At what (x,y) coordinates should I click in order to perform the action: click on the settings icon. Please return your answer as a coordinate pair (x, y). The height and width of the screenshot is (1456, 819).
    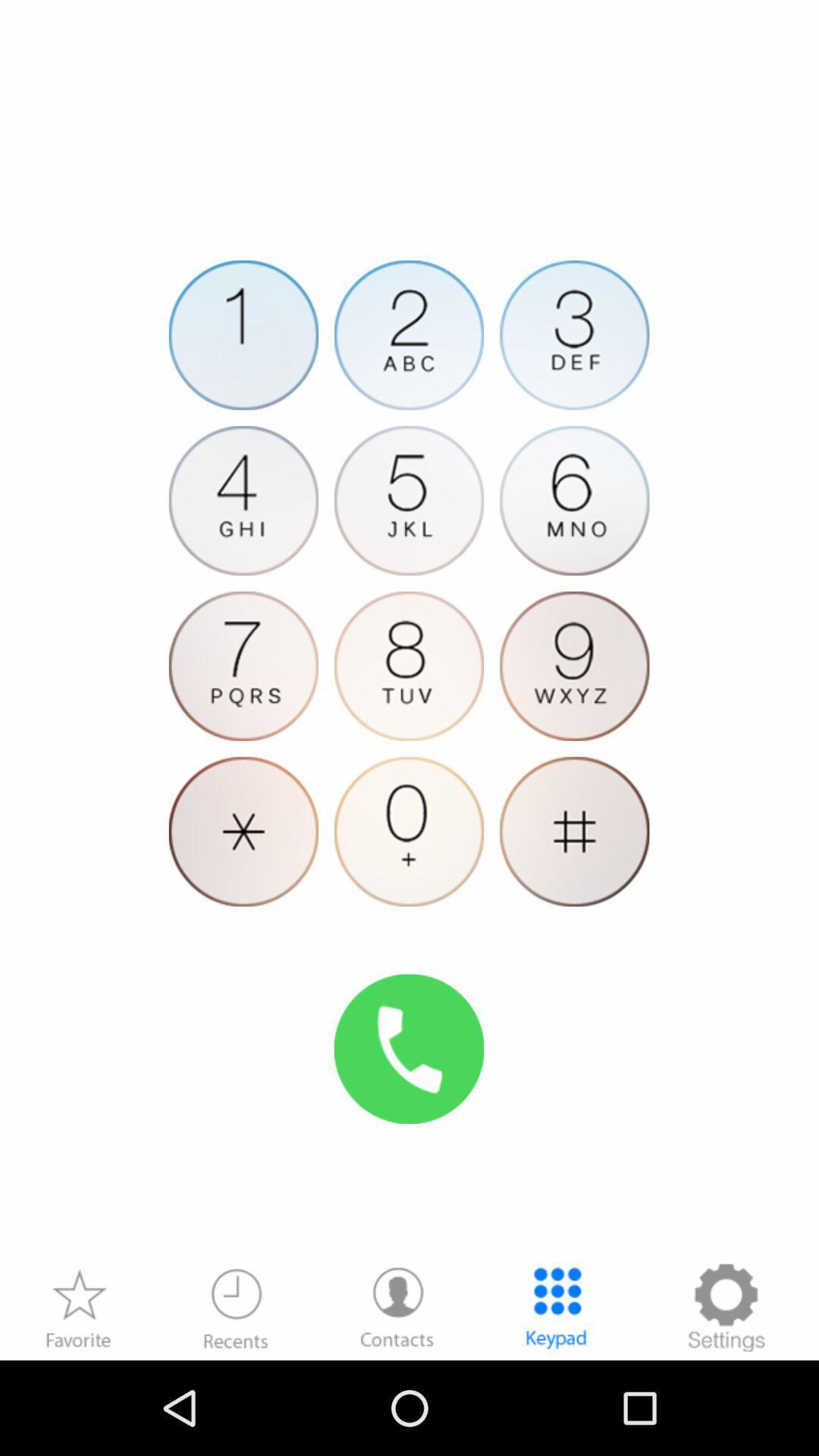
    Looking at the image, I should click on (725, 1398).